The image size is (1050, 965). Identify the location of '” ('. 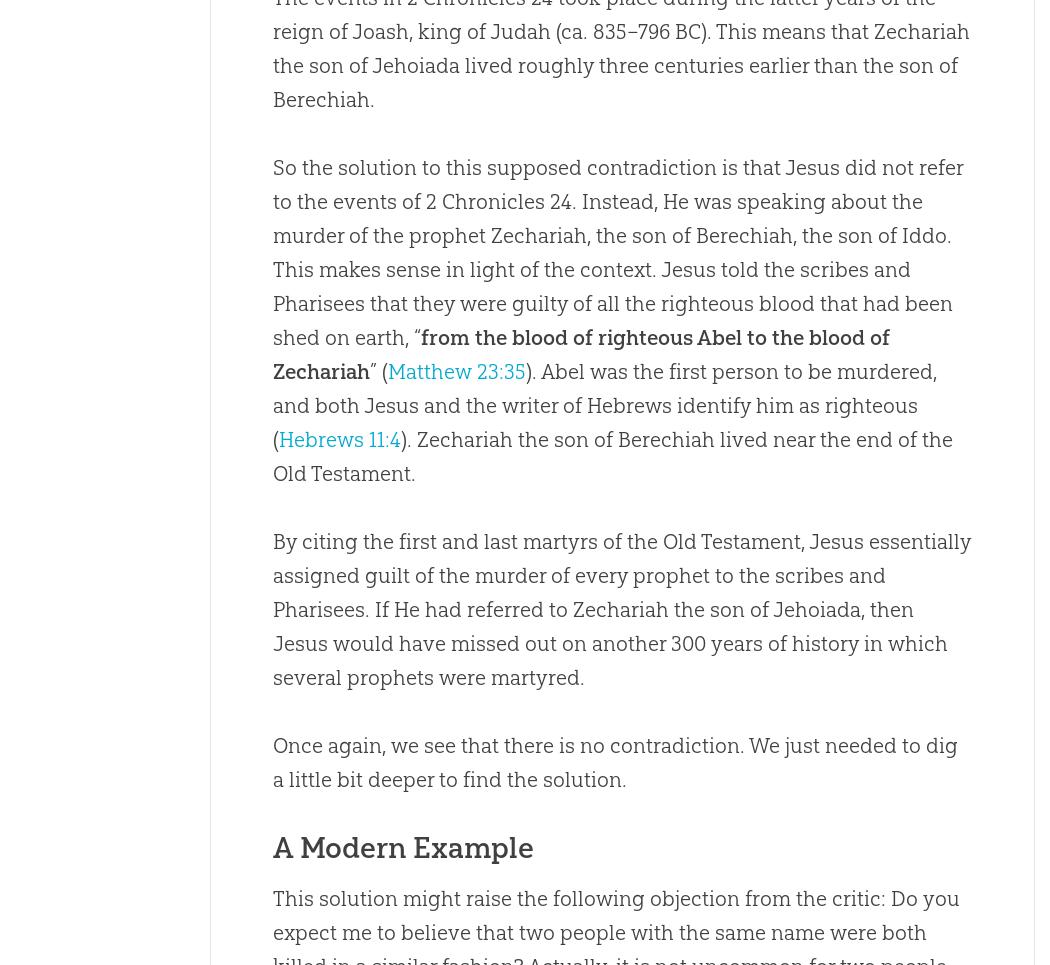
(378, 371).